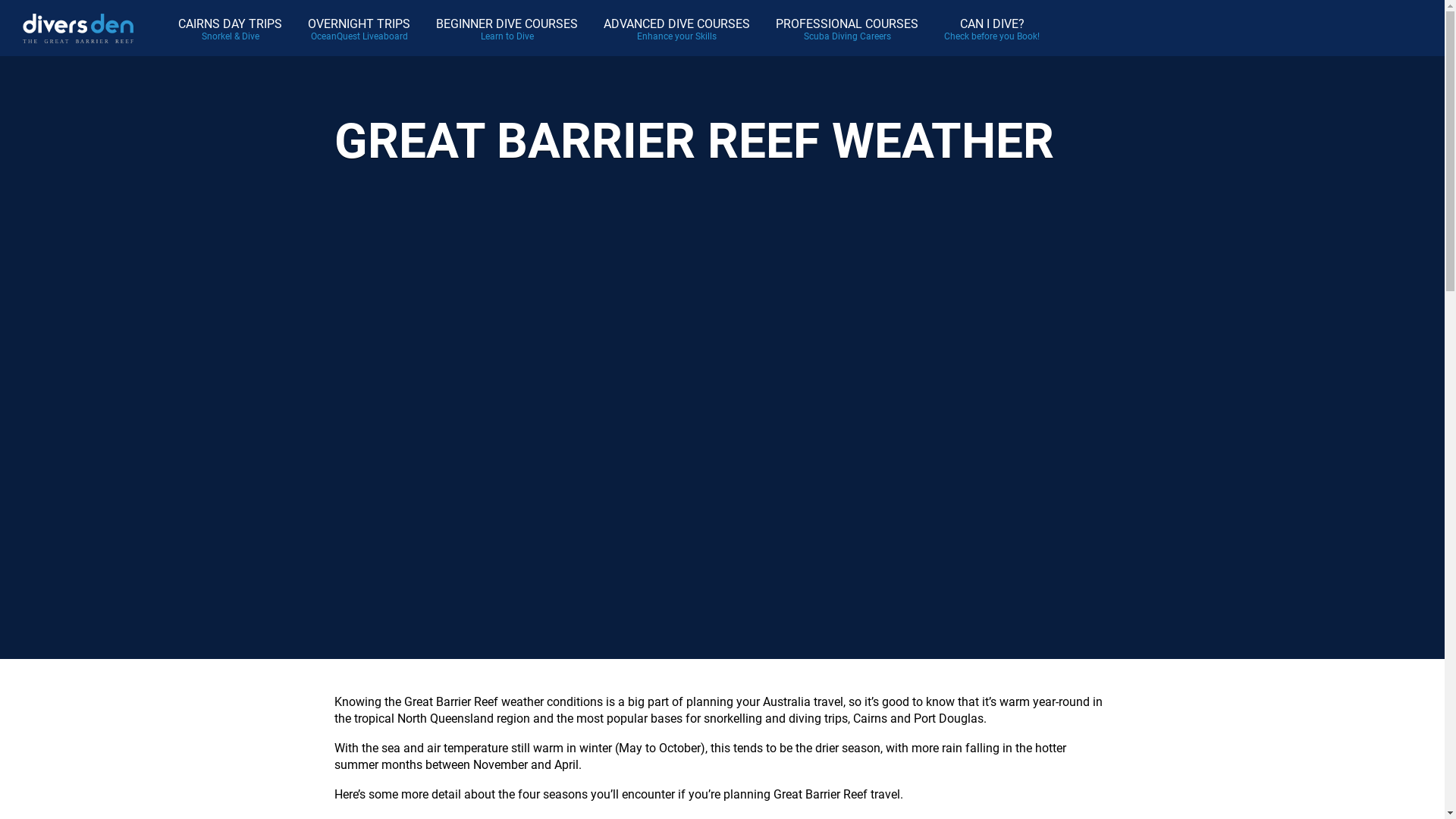 The height and width of the screenshot is (819, 1456). What do you see at coordinates (507, 28) in the screenshot?
I see `'BEGINNER DIVE COURSES` at bounding box center [507, 28].